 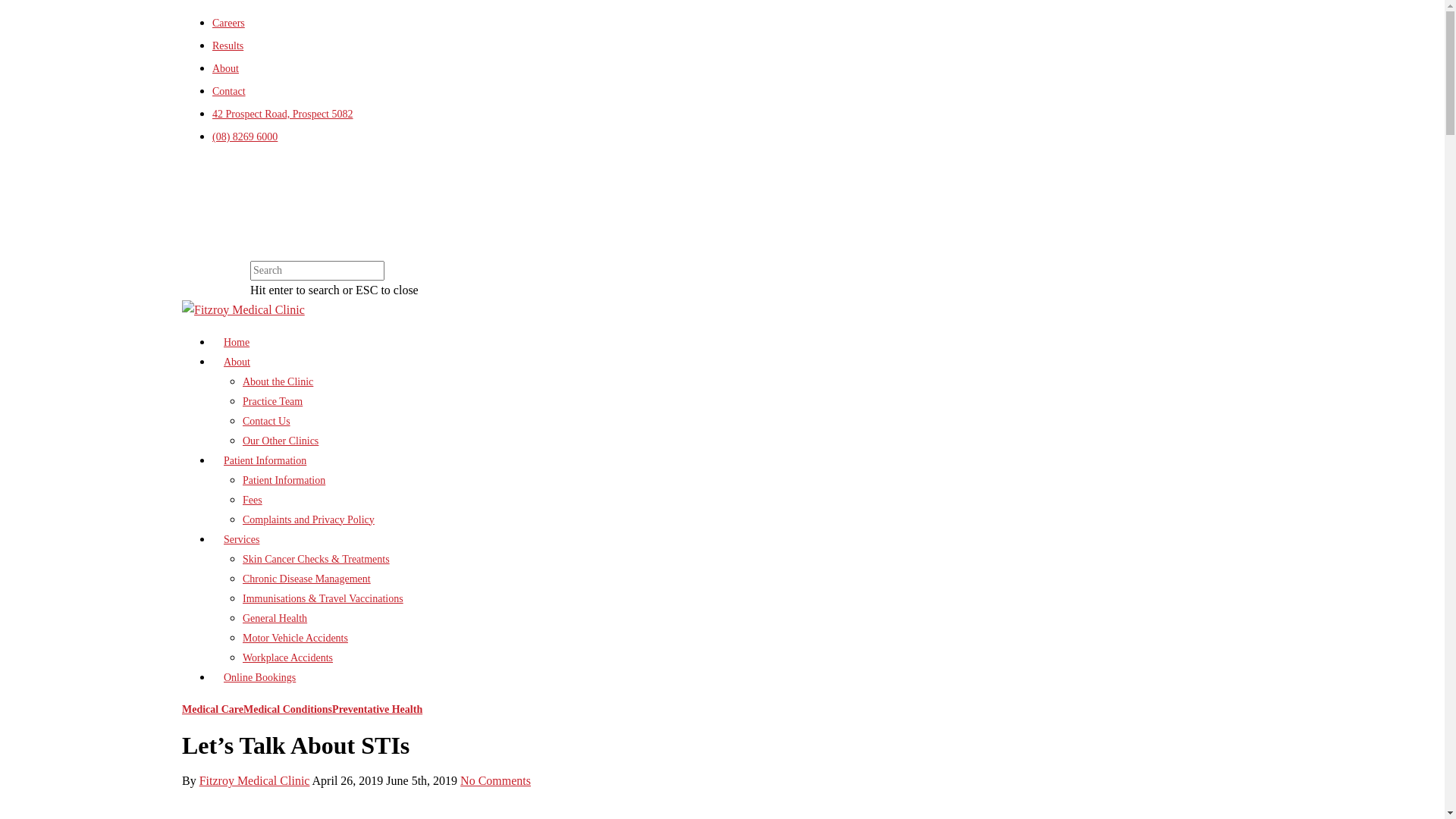 What do you see at coordinates (322, 598) in the screenshot?
I see `'Immunisations & Travel Vaccinations'` at bounding box center [322, 598].